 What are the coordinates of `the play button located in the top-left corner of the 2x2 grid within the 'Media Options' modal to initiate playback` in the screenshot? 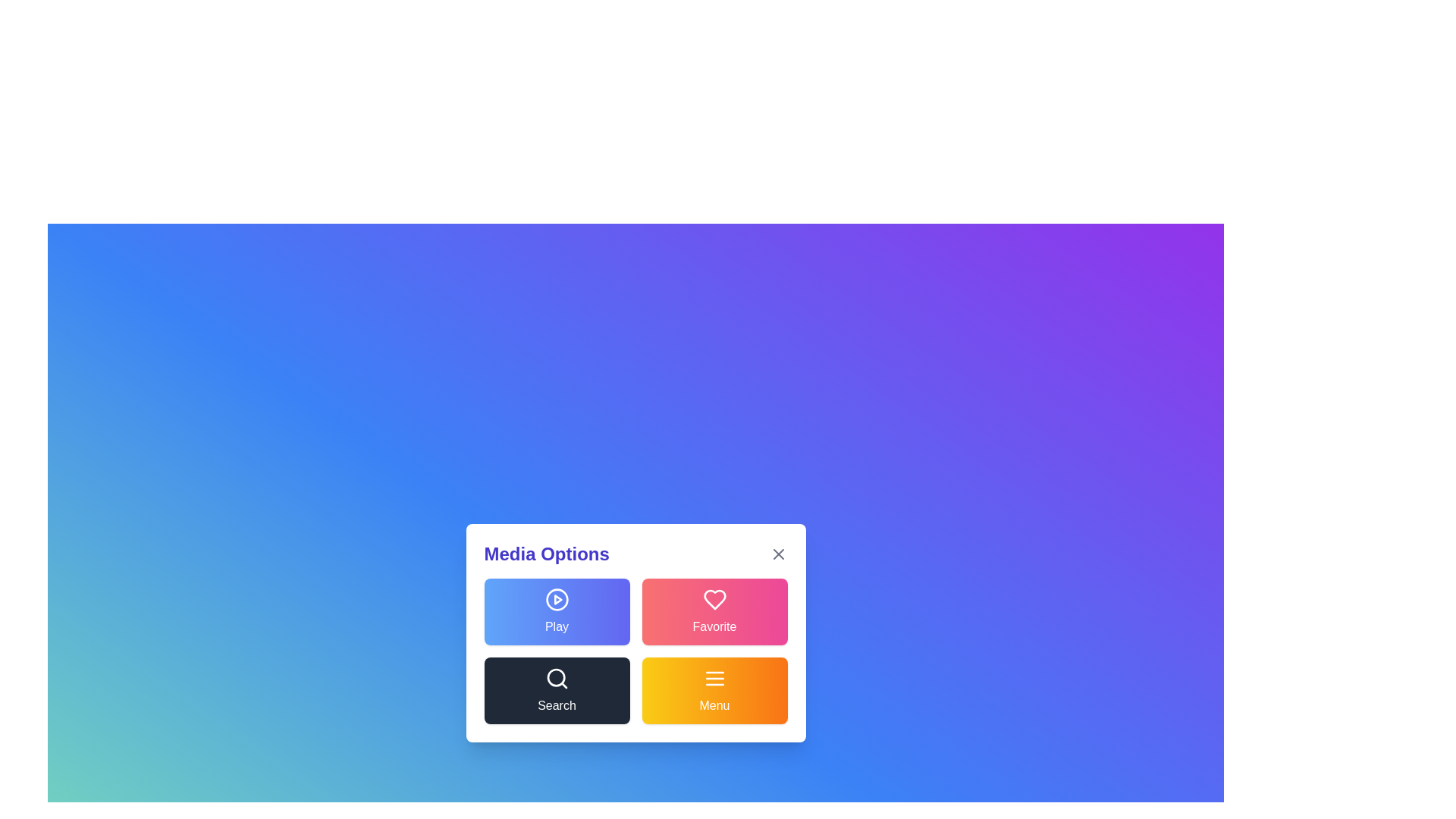 It's located at (556, 610).